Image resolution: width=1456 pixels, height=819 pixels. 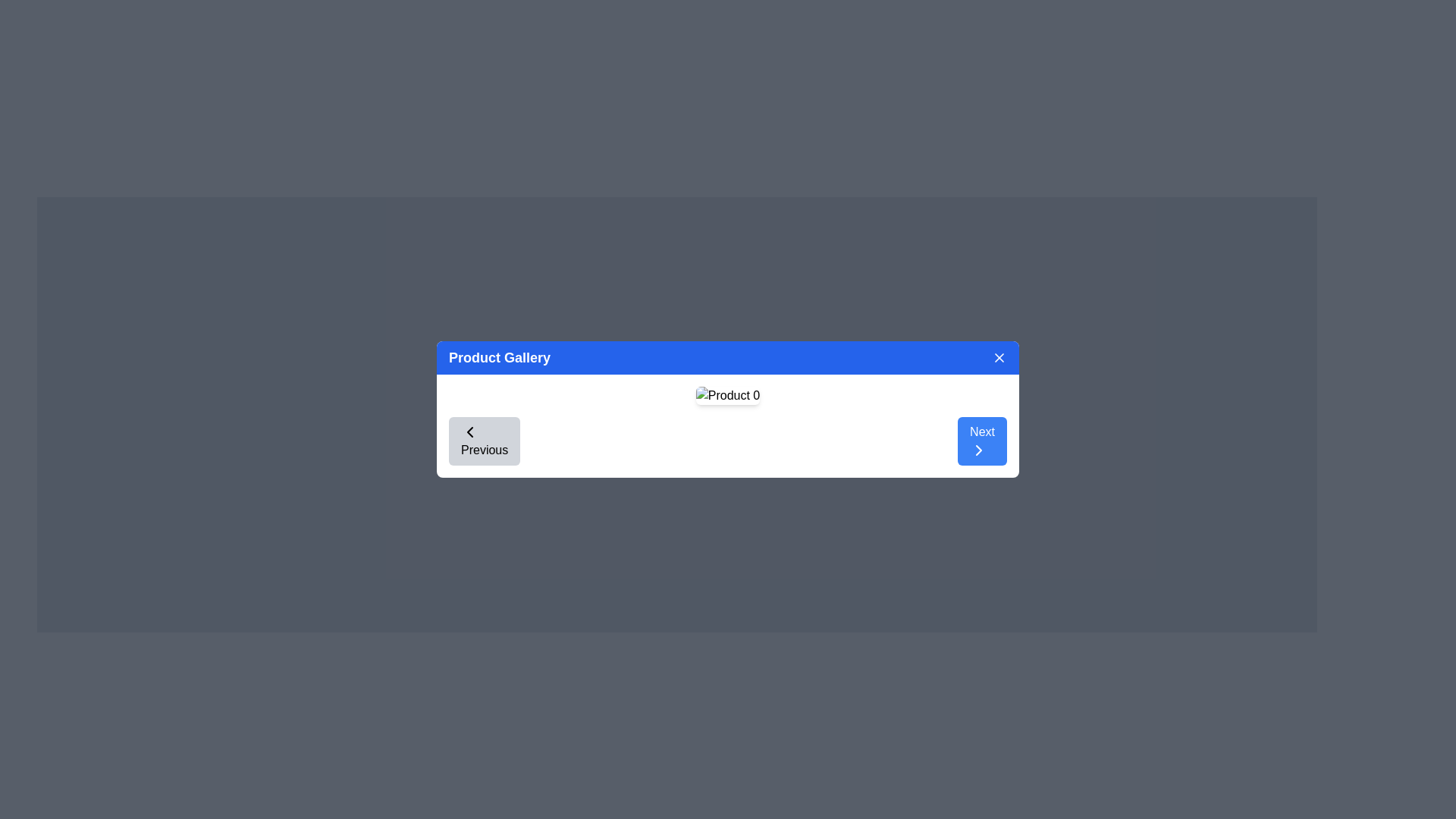 What do you see at coordinates (728, 394) in the screenshot?
I see `on the product preview image in the 'Product Gallery' modal` at bounding box center [728, 394].